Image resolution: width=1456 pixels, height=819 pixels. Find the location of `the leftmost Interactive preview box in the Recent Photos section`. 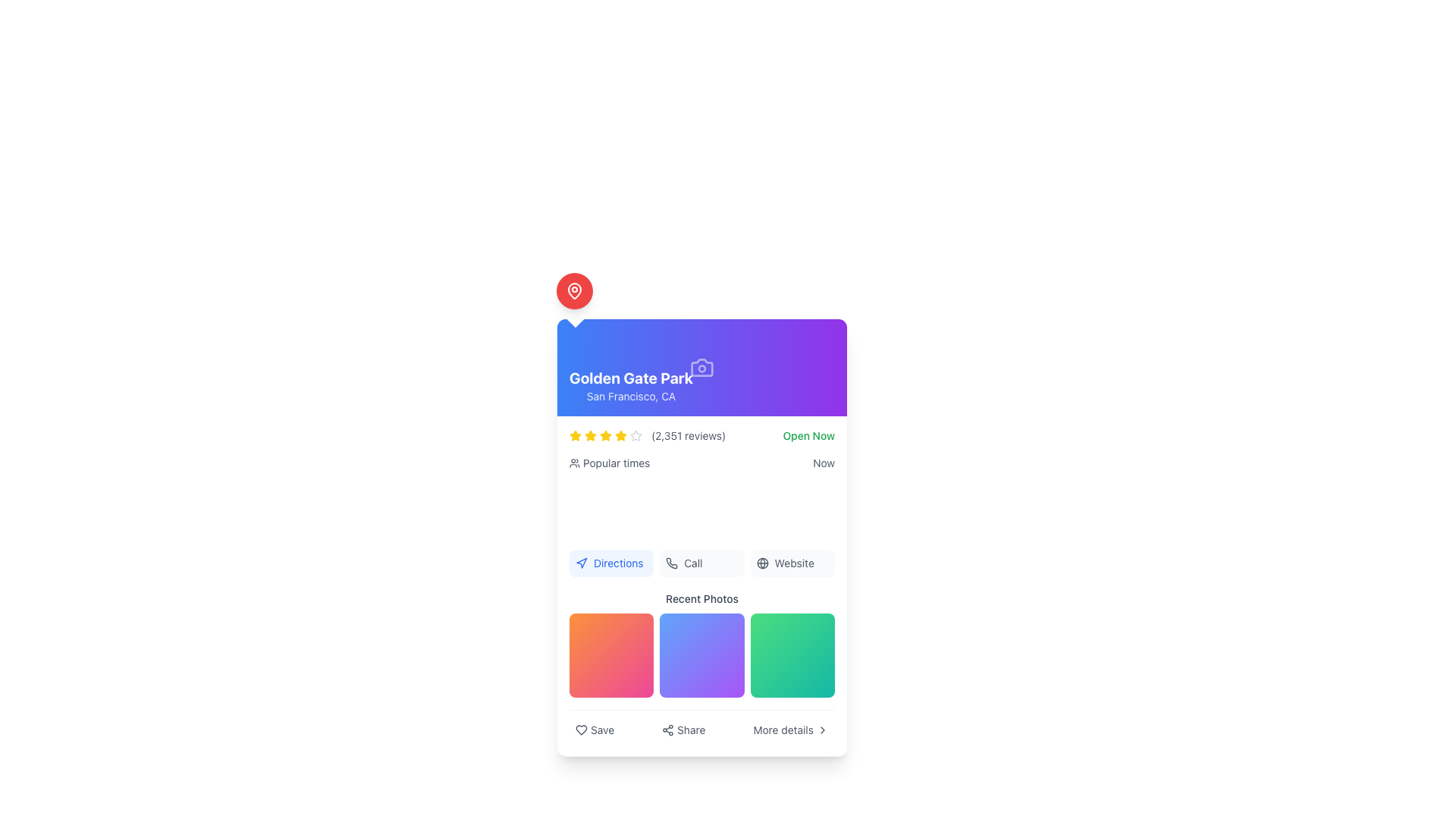

the leftmost Interactive preview box in the Recent Photos section is located at coordinates (611, 654).